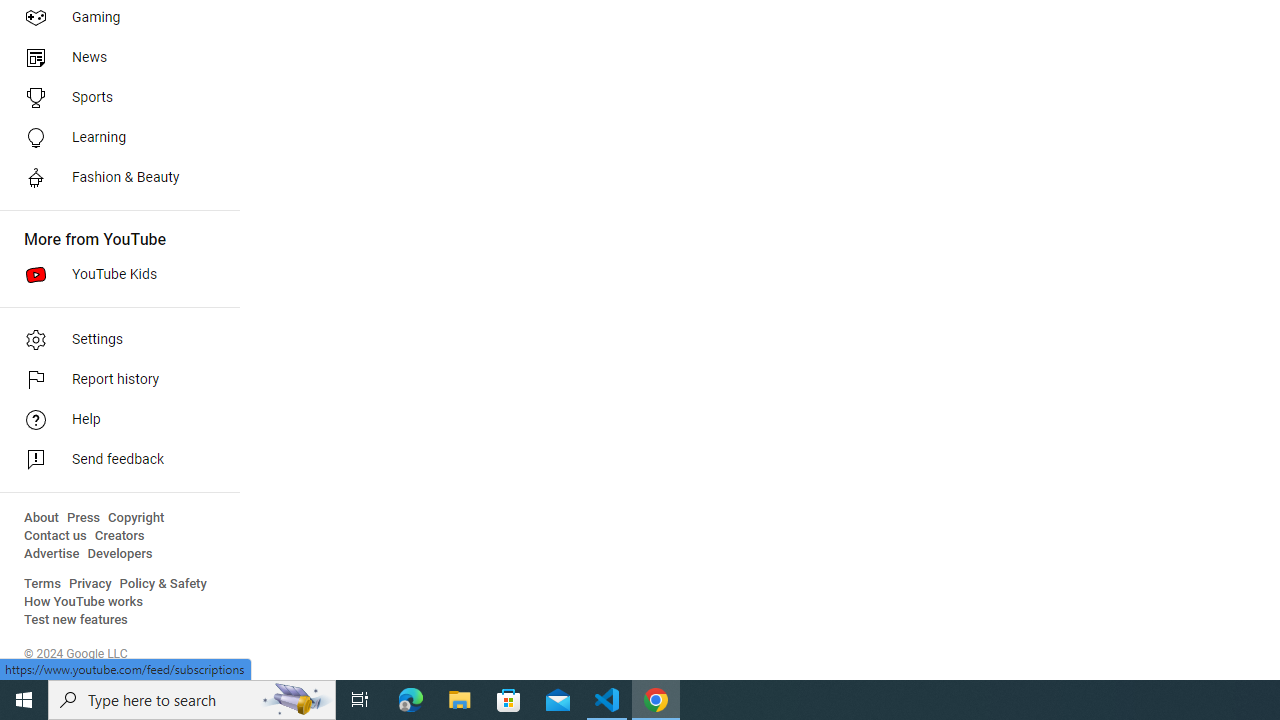 The width and height of the screenshot is (1280, 720). I want to click on 'Sports', so click(112, 97).